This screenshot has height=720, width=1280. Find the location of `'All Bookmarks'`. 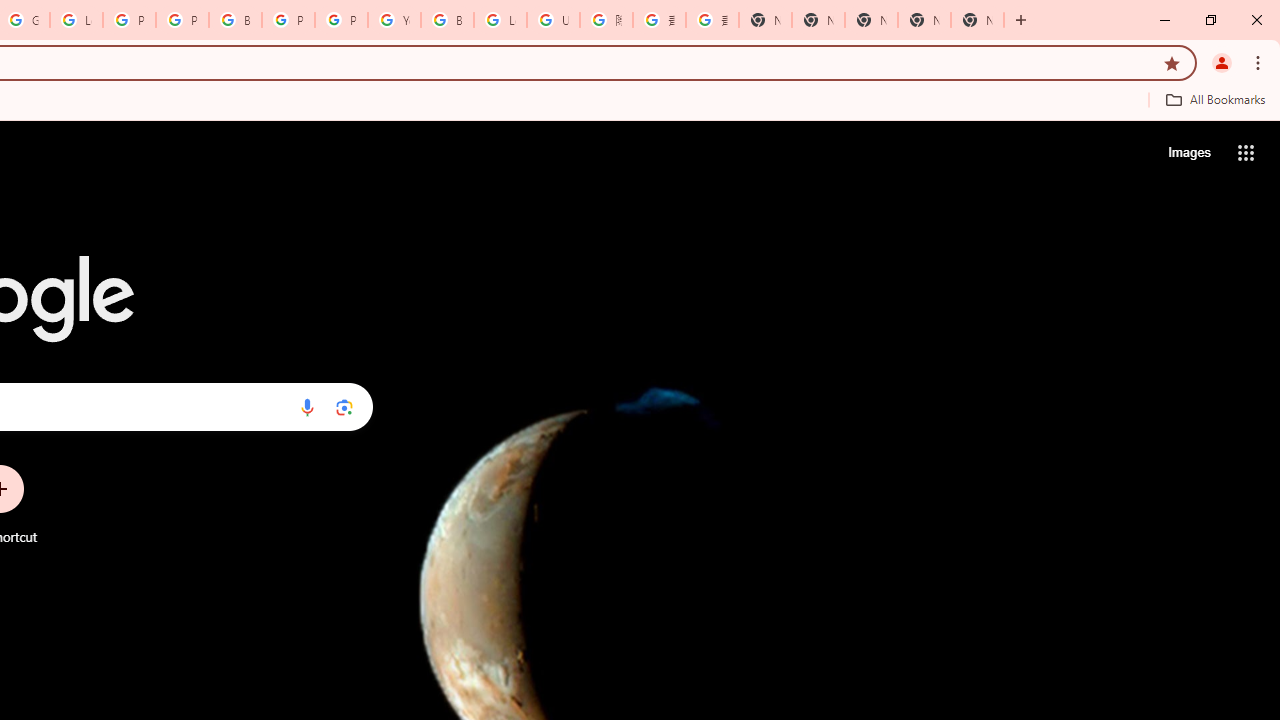

'All Bookmarks' is located at coordinates (1214, 99).